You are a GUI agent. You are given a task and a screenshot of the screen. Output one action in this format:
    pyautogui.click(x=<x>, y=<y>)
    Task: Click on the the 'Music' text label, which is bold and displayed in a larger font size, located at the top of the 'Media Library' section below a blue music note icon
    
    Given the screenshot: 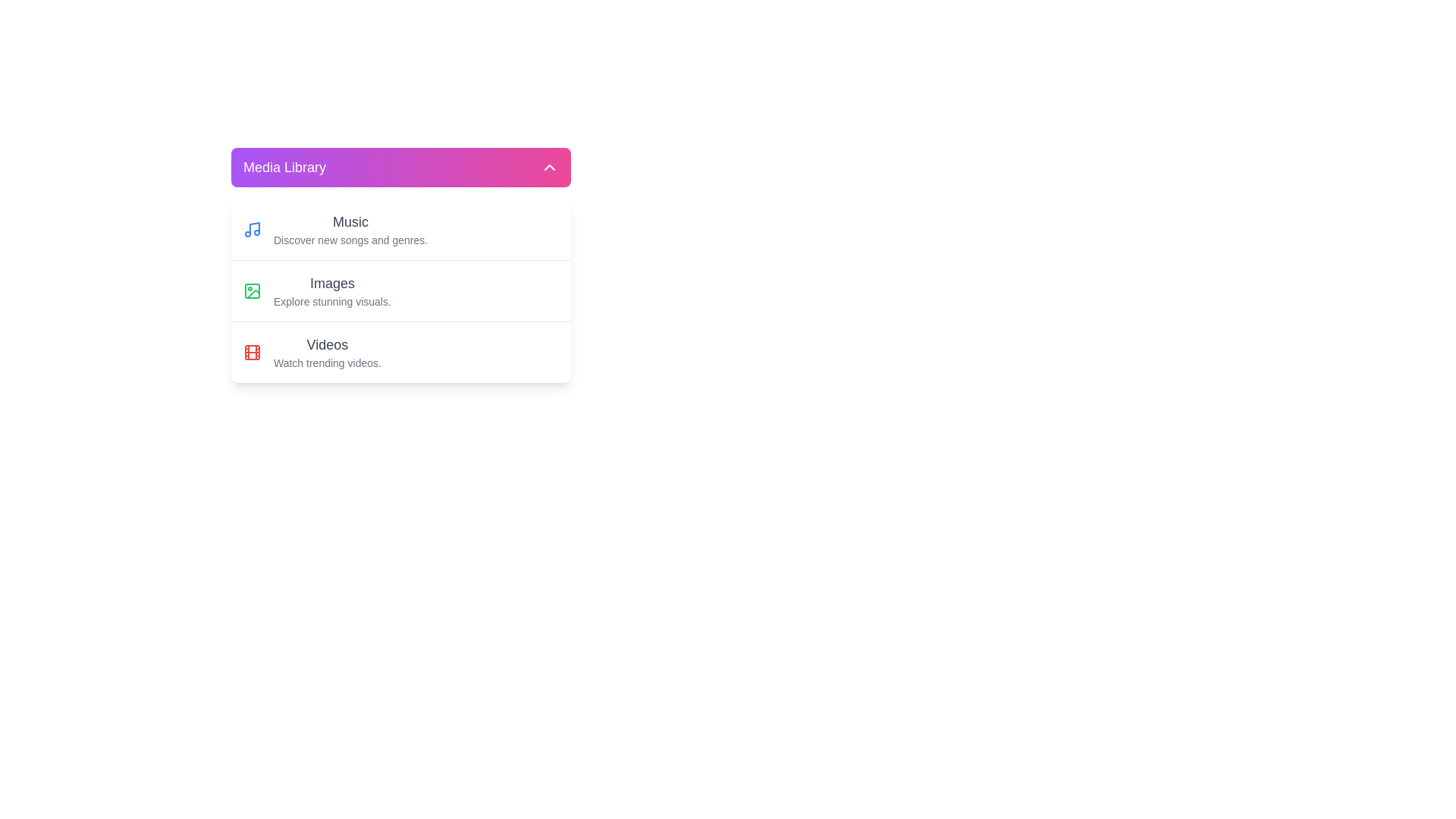 What is the action you would take?
    pyautogui.click(x=350, y=222)
    